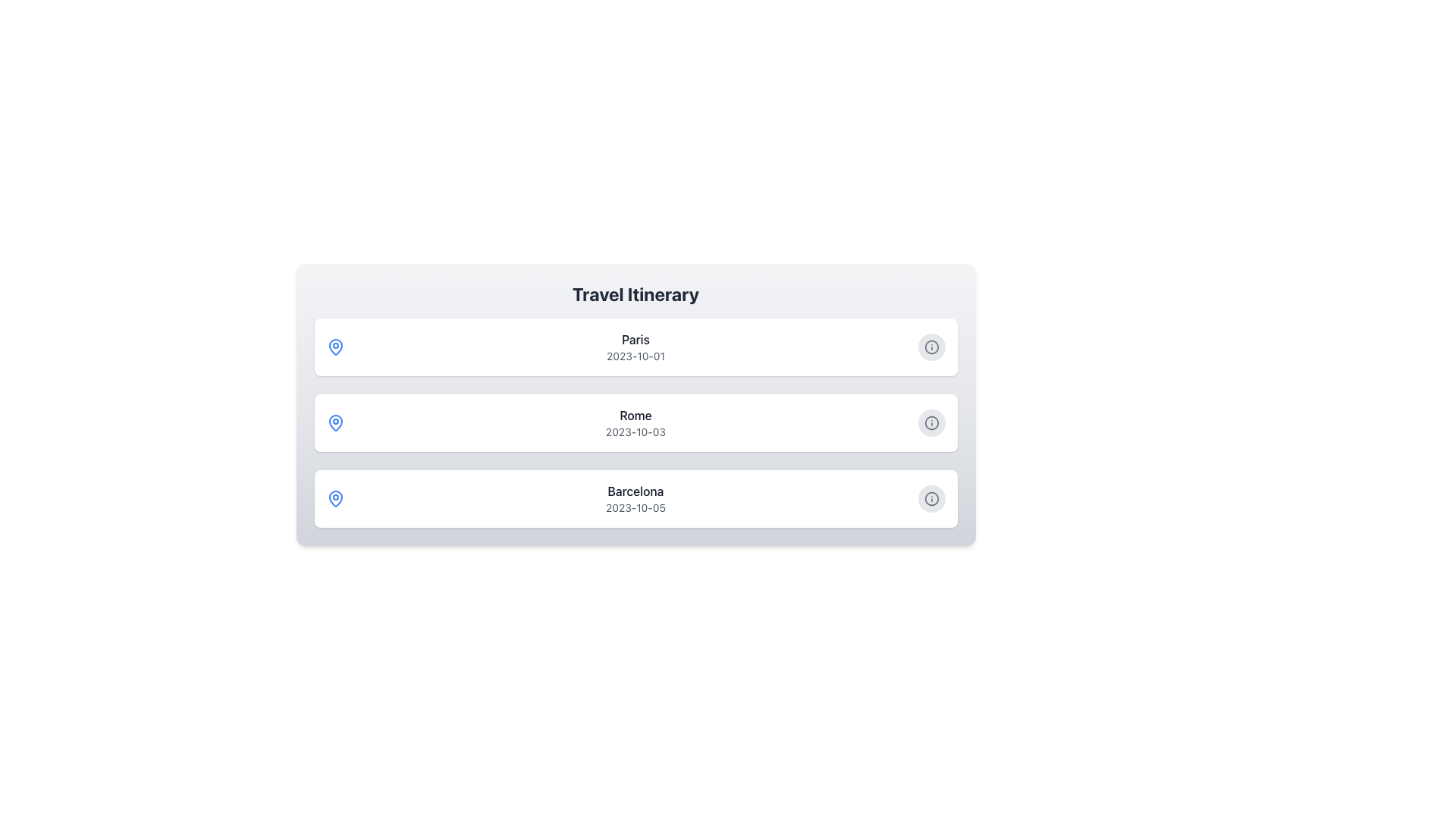 The width and height of the screenshot is (1456, 819). Describe the element at coordinates (334, 347) in the screenshot. I see `the map pin icon located in the first row of the 'Travel Itinerary' list, positioned to the left of the 'Paris' text label` at that location.